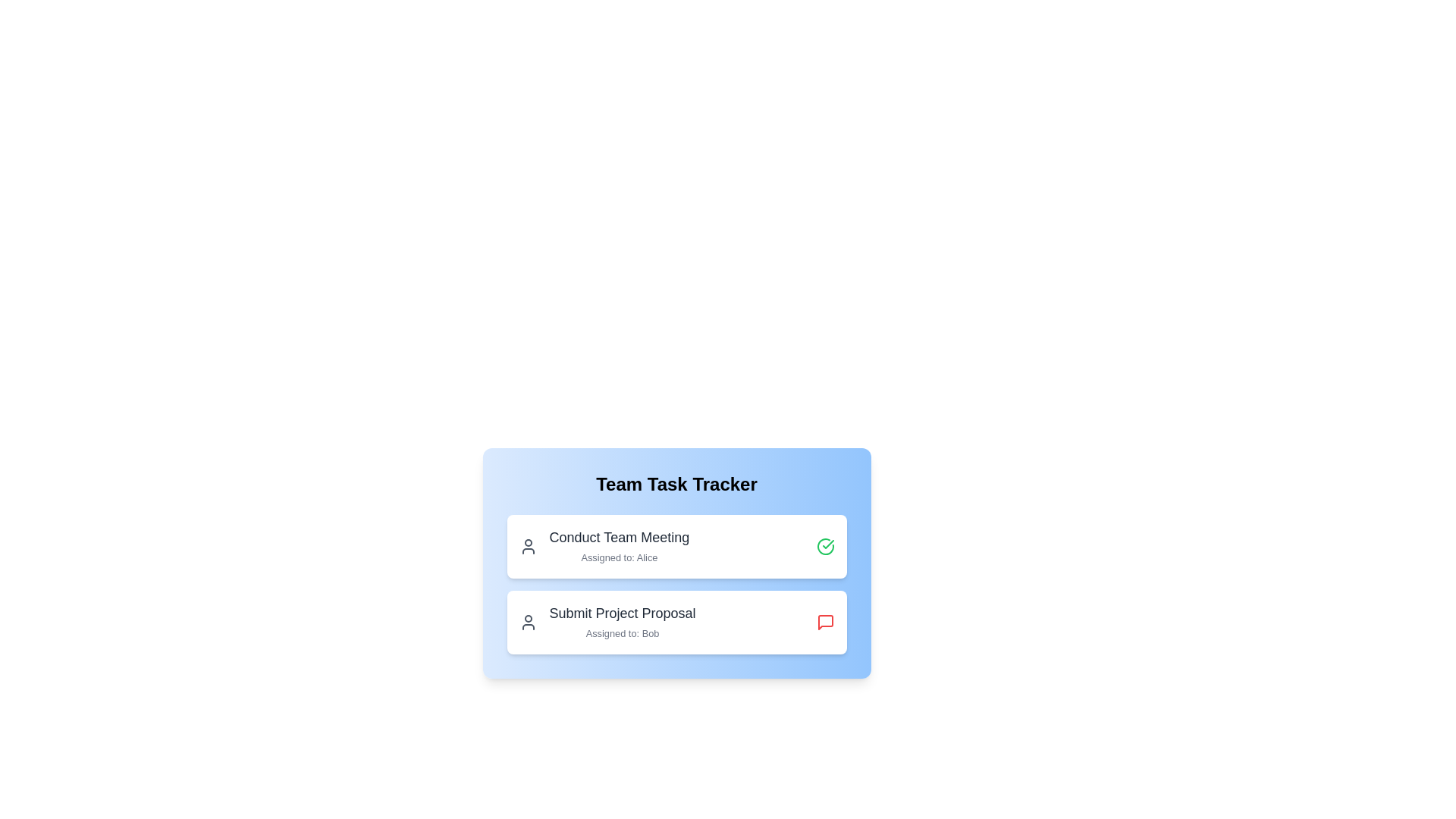  What do you see at coordinates (676, 547) in the screenshot?
I see `the task item to view its title and recipient details` at bounding box center [676, 547].